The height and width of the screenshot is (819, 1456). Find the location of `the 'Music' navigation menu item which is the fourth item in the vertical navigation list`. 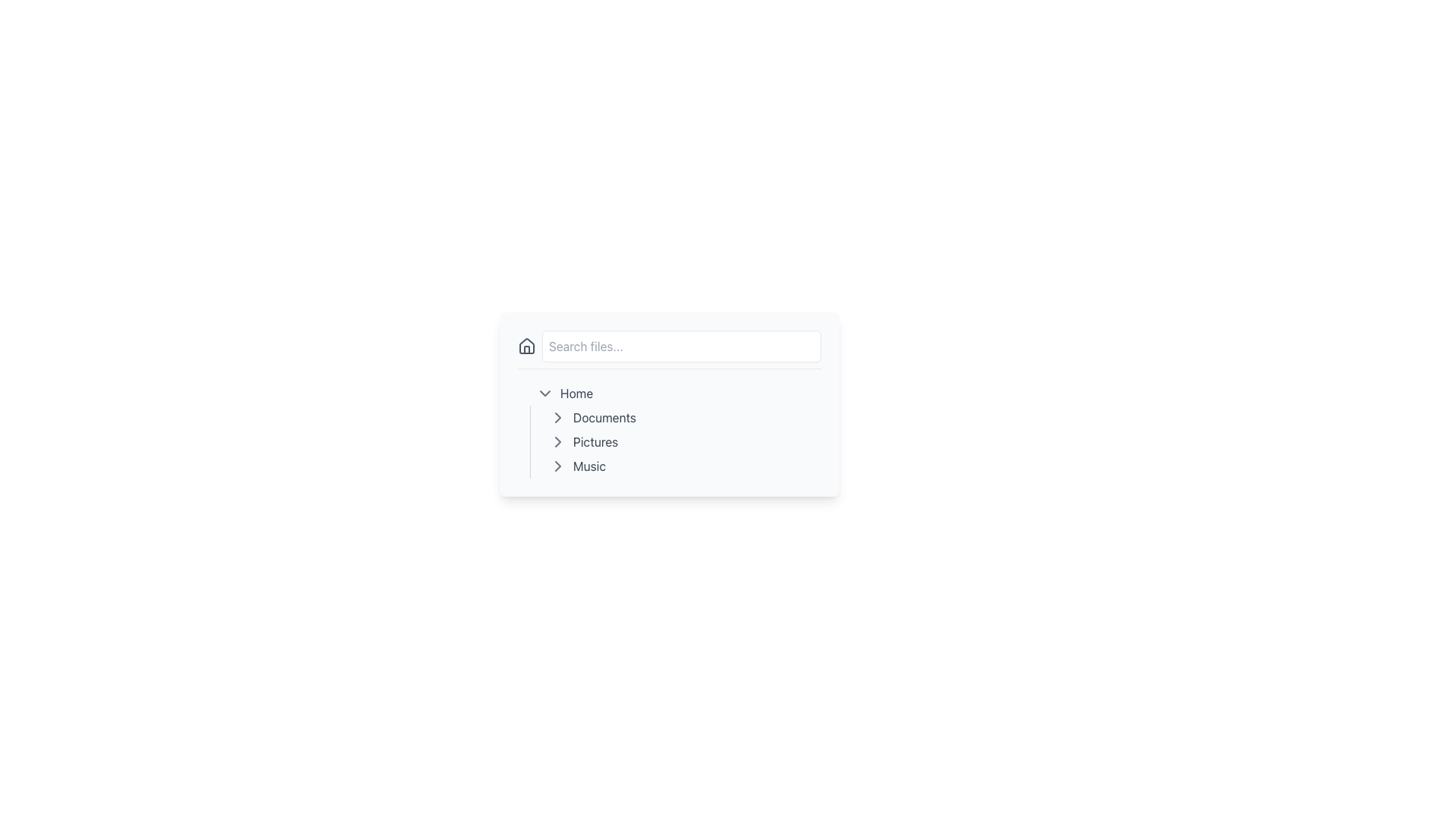

the 'Music' navigation menu item which is the fourth item in the vertical navigation list is located at coordinates (681, 465).